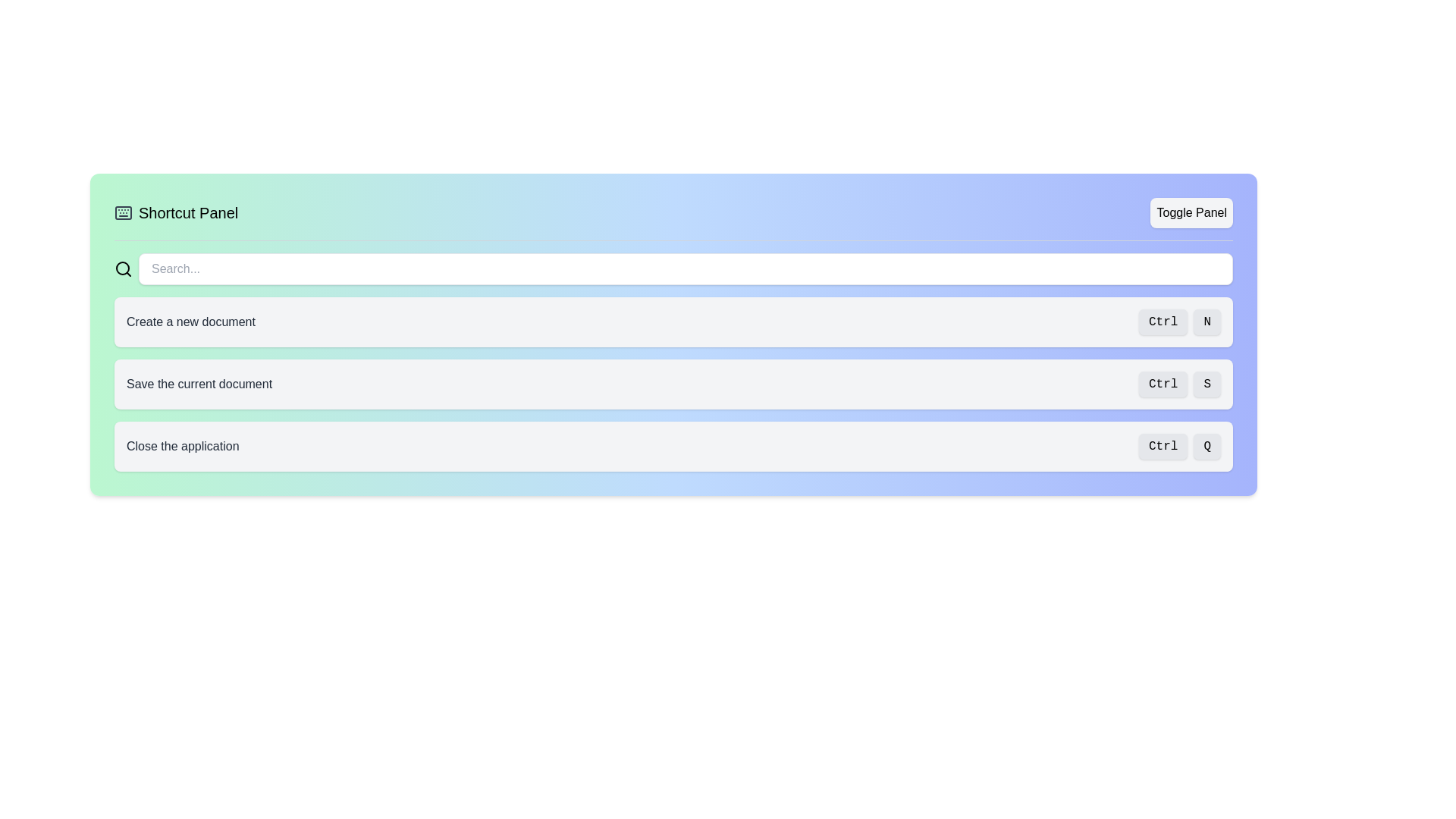 The image size is (1456, 819). I want to click on the static label styled as a button indicating a keyboard shortcut, positioned to the left of the button labeled 'N' in the third section of the vertical list of shortcut entries for 'Create a new document', so click(1163, 321).